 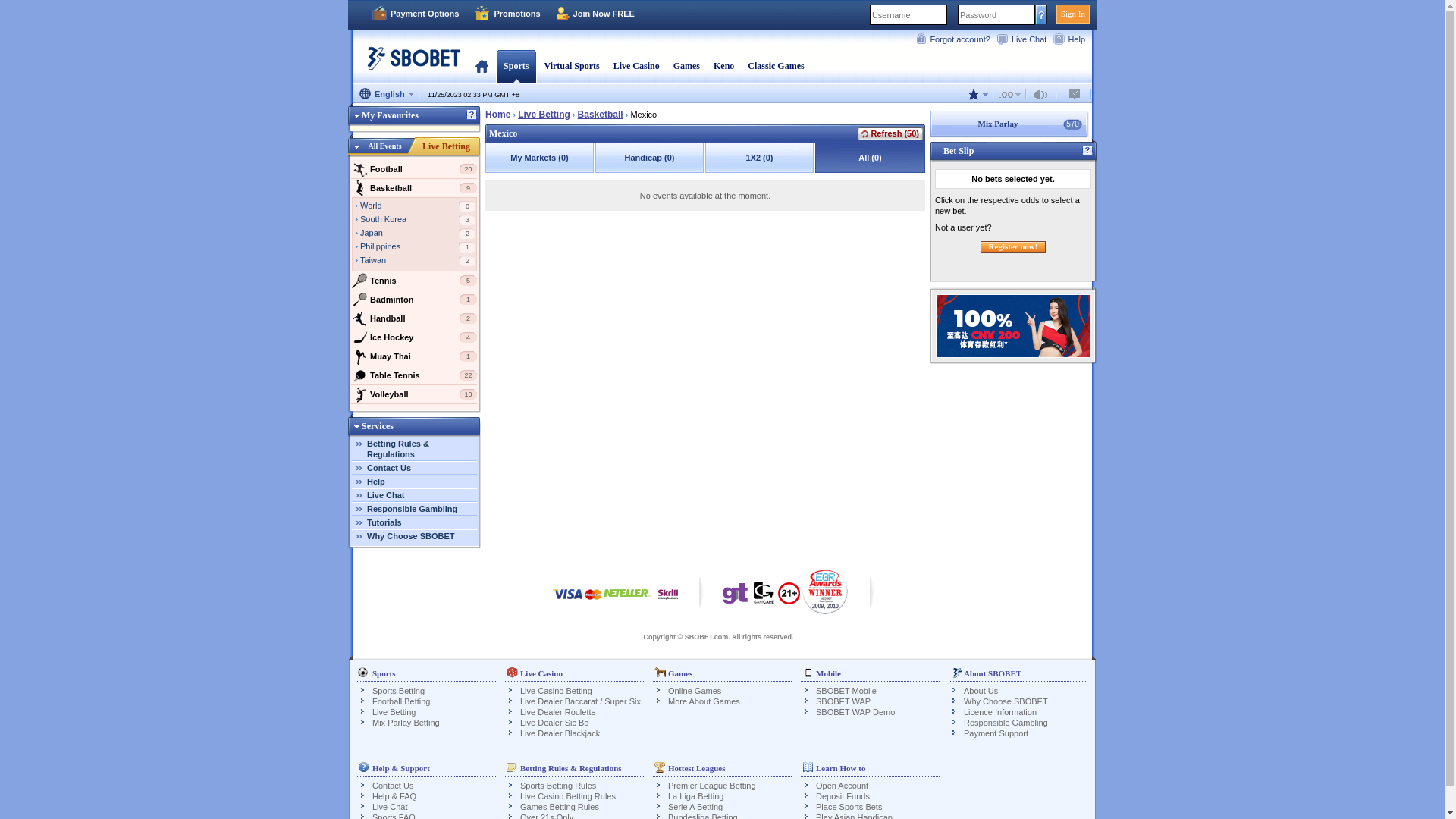 What do you see at coordinates (415, 14) in the screenshot?
I see `'Payment Options'` at bounding box center [415, 14].